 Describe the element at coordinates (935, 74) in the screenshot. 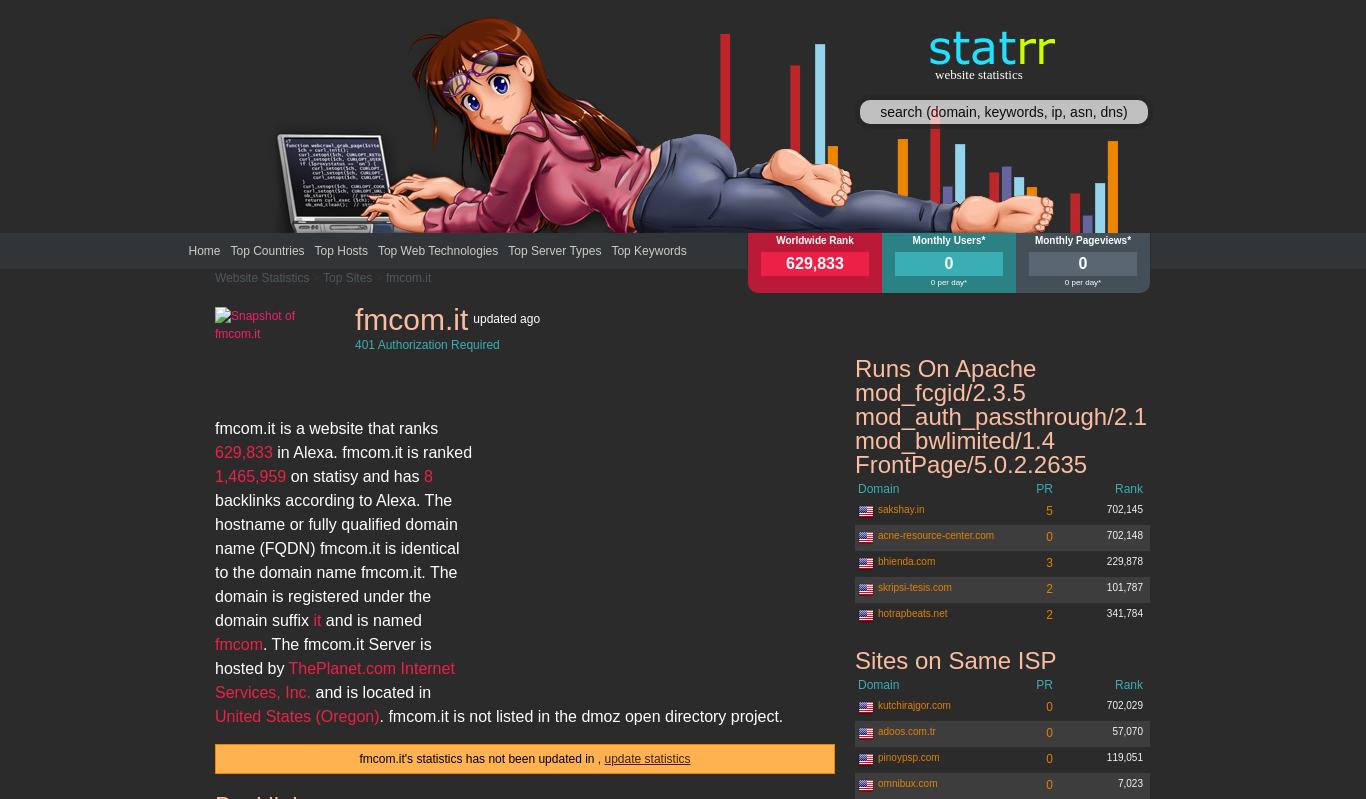

I see `'website statistics'` at that location.